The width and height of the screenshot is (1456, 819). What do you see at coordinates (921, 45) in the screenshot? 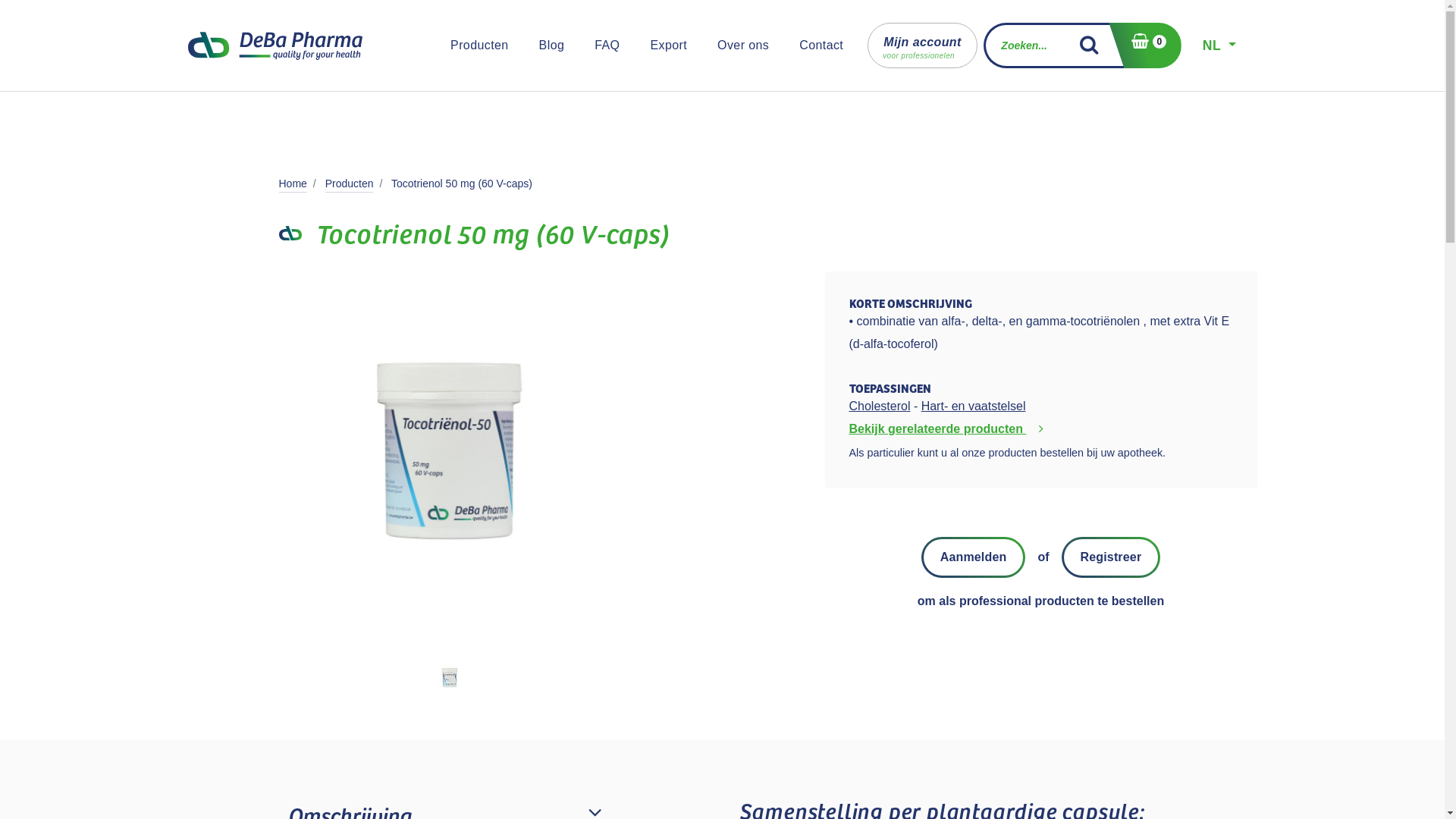
I see `'Mijn account` at bounding box center [921, 45].